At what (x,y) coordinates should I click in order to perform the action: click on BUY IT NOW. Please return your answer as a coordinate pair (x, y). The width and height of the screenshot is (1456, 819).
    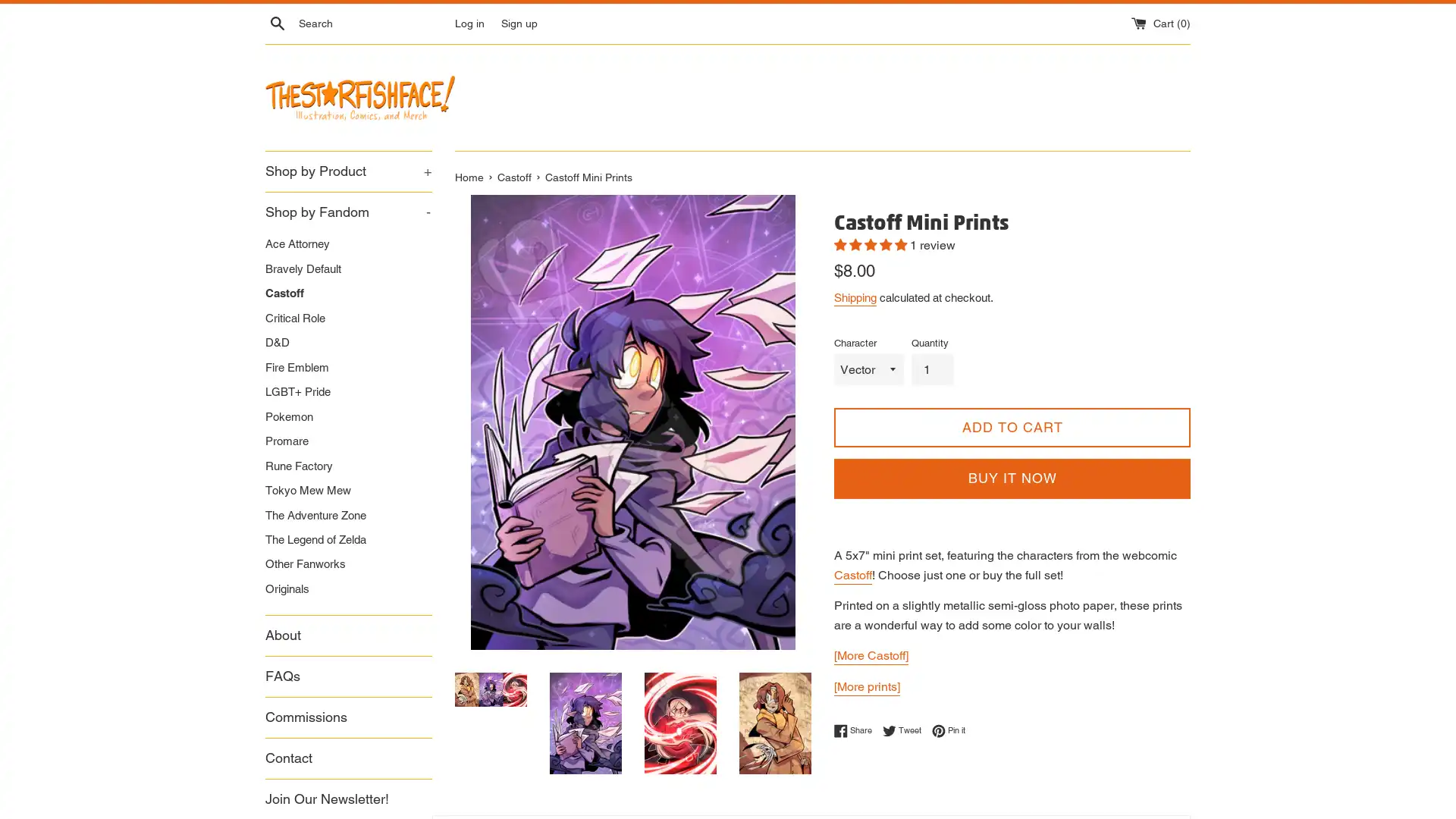
    Looking at the image, I should click on (1012, 479).